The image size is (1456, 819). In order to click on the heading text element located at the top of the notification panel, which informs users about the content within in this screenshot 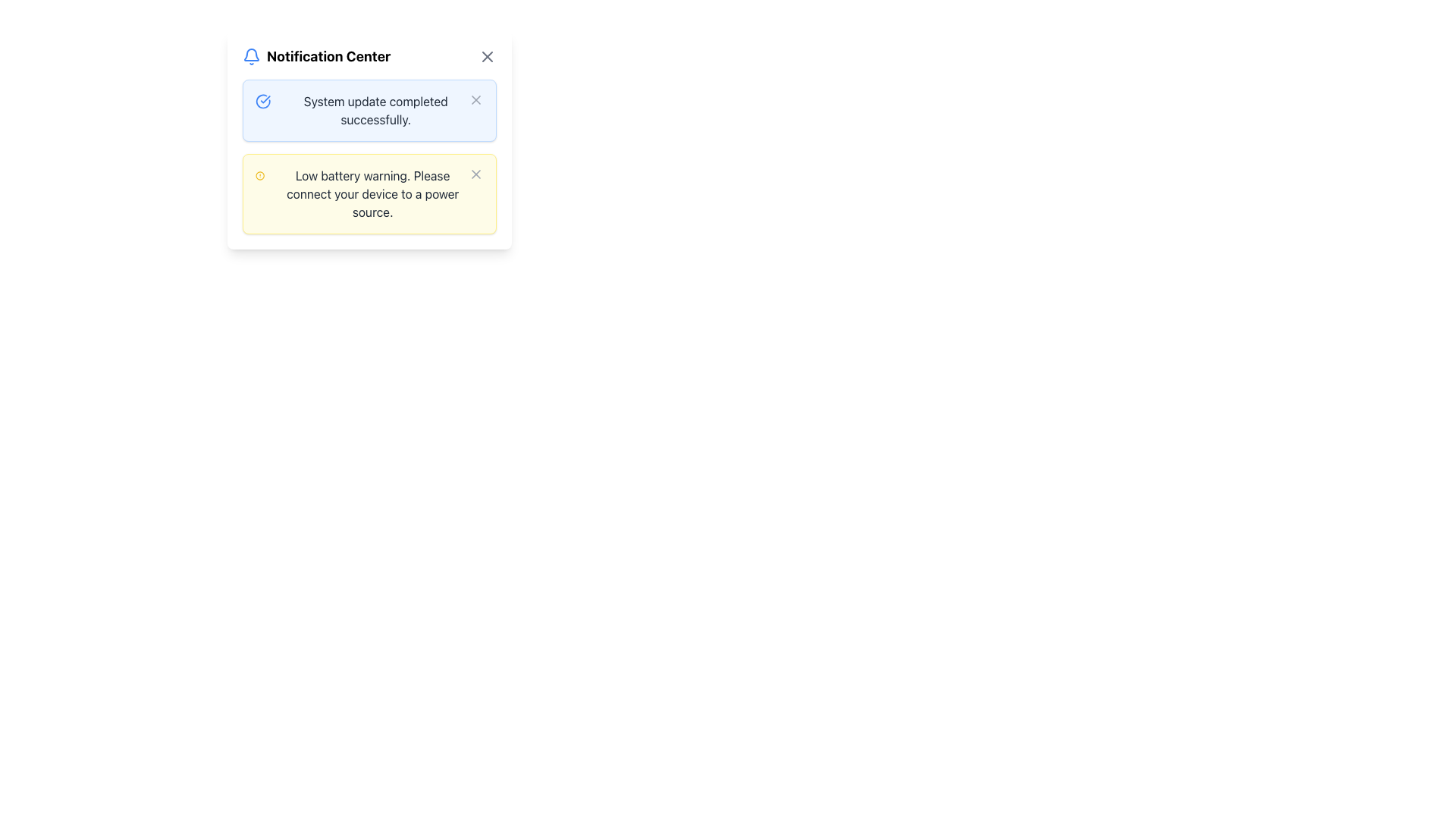, I will do `click(328, 55)`.